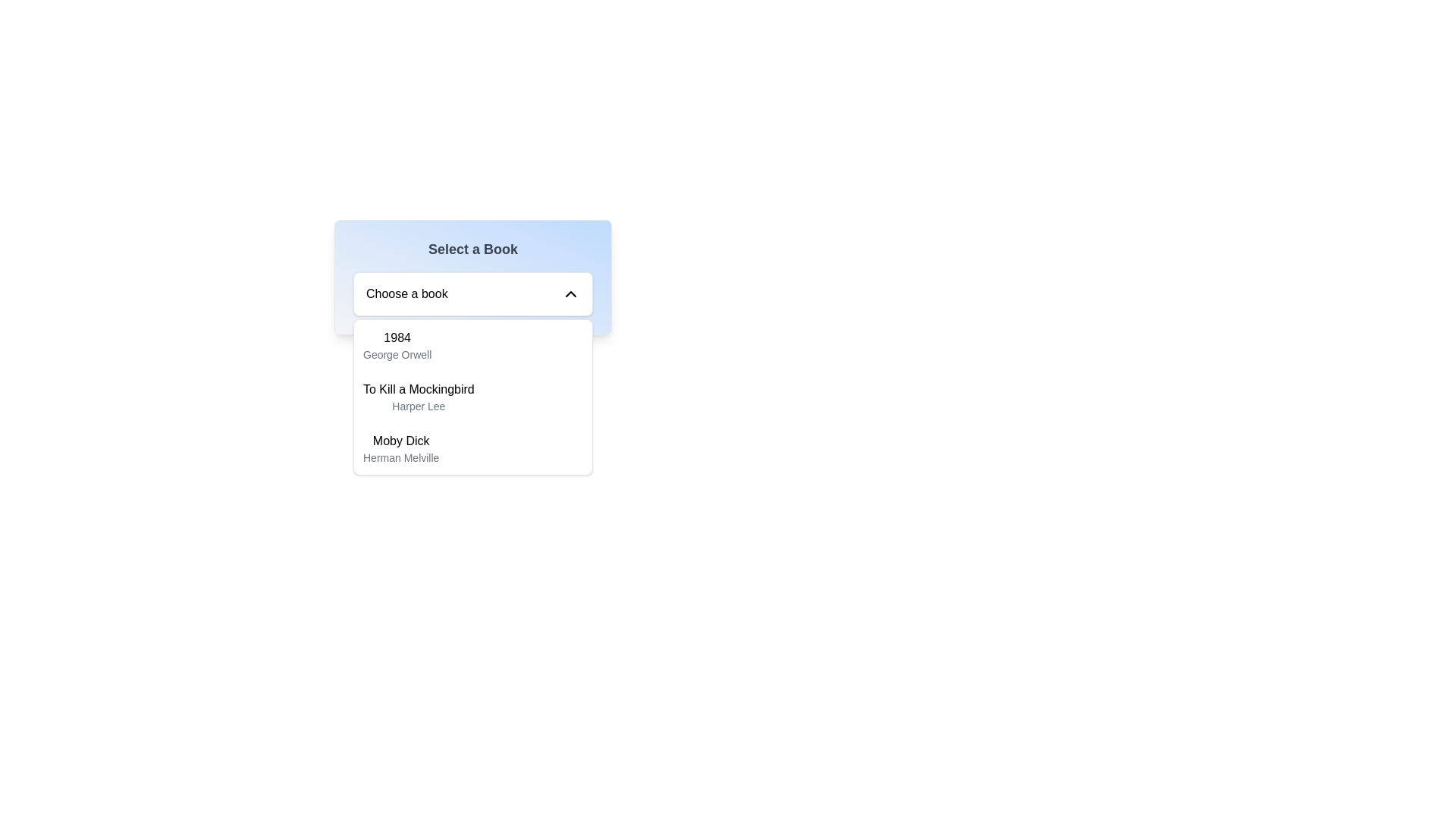 This screenshot has height=819, width=1456. I want to click on the third selectable item in the dropdown menu for book selection to choose it, so click(472, 447).